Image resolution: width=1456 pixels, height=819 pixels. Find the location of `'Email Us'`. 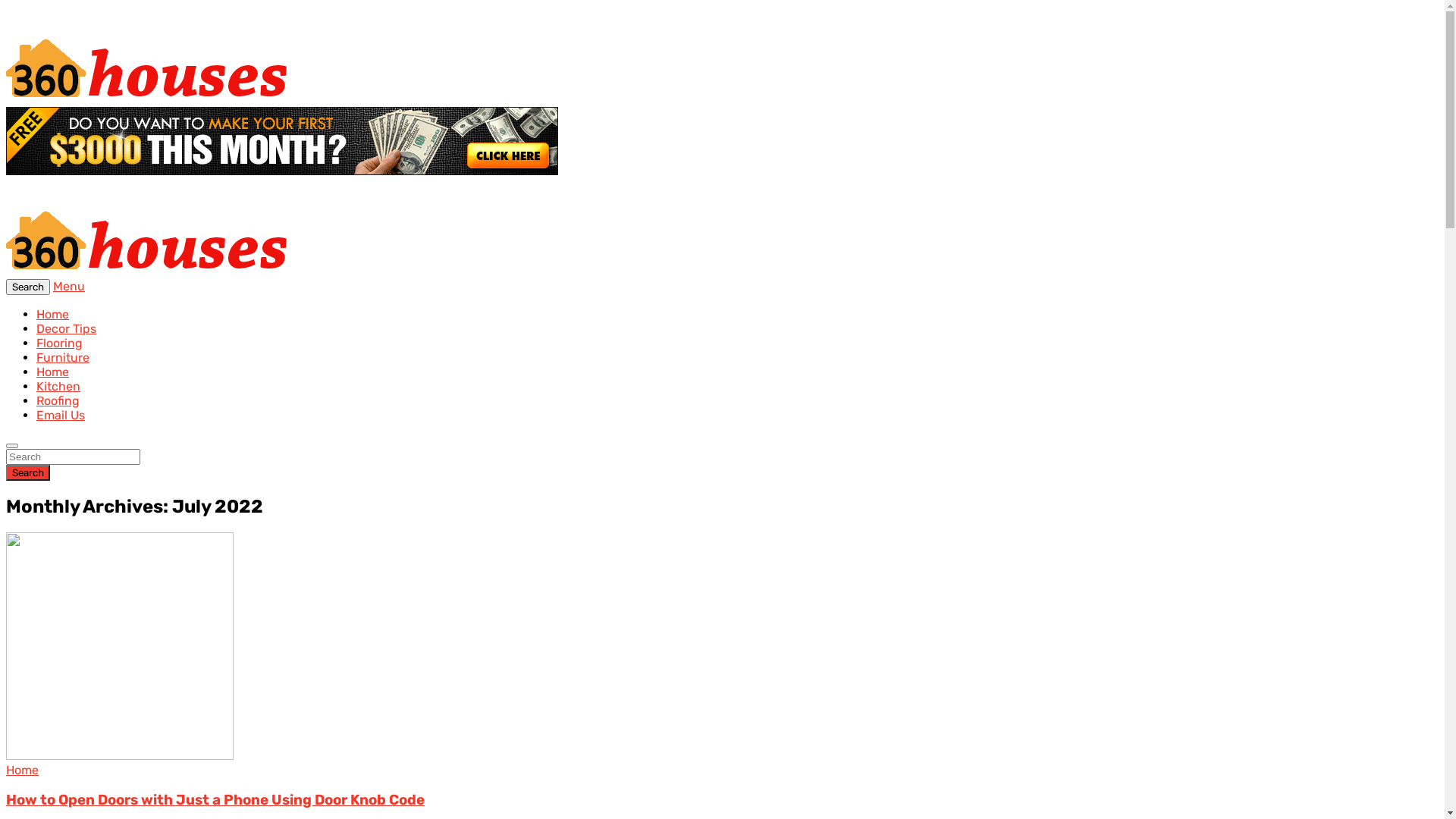

'Email Us' is located at coordinates (36, 415).